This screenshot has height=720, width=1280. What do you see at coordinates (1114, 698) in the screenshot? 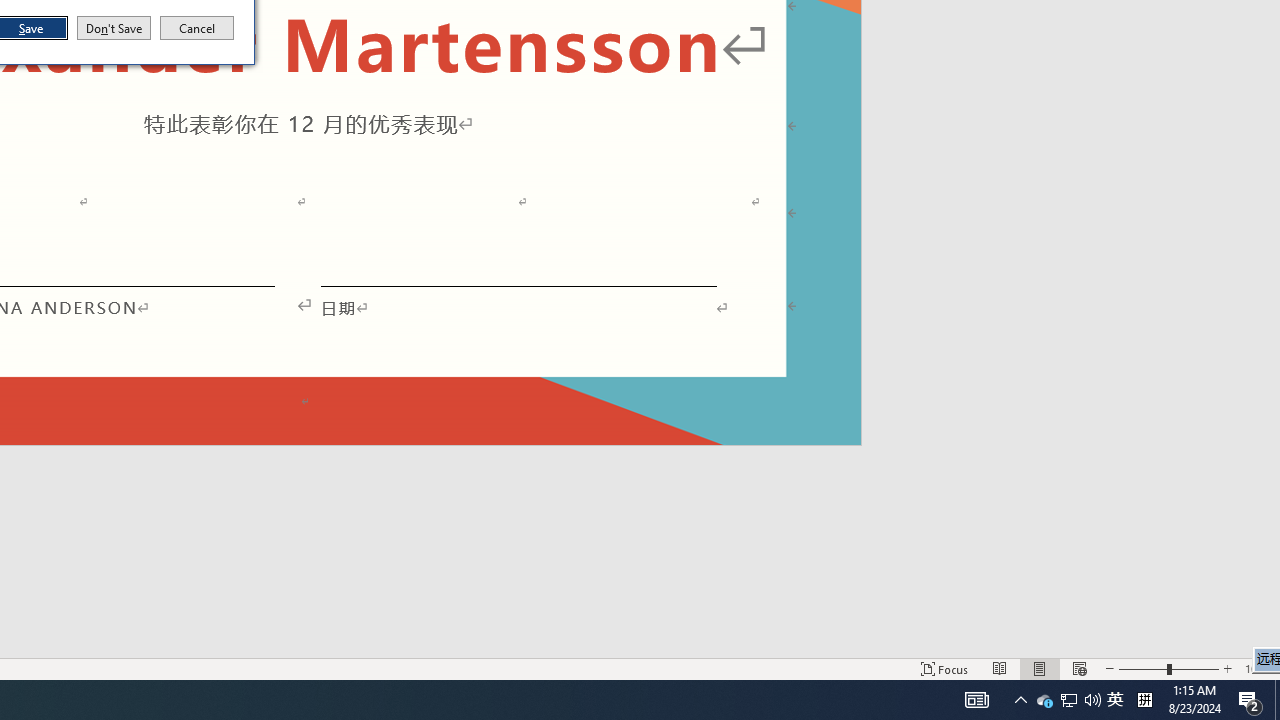
I see `'User Promoted Notification Area'` at bounding box center [1114, 698].